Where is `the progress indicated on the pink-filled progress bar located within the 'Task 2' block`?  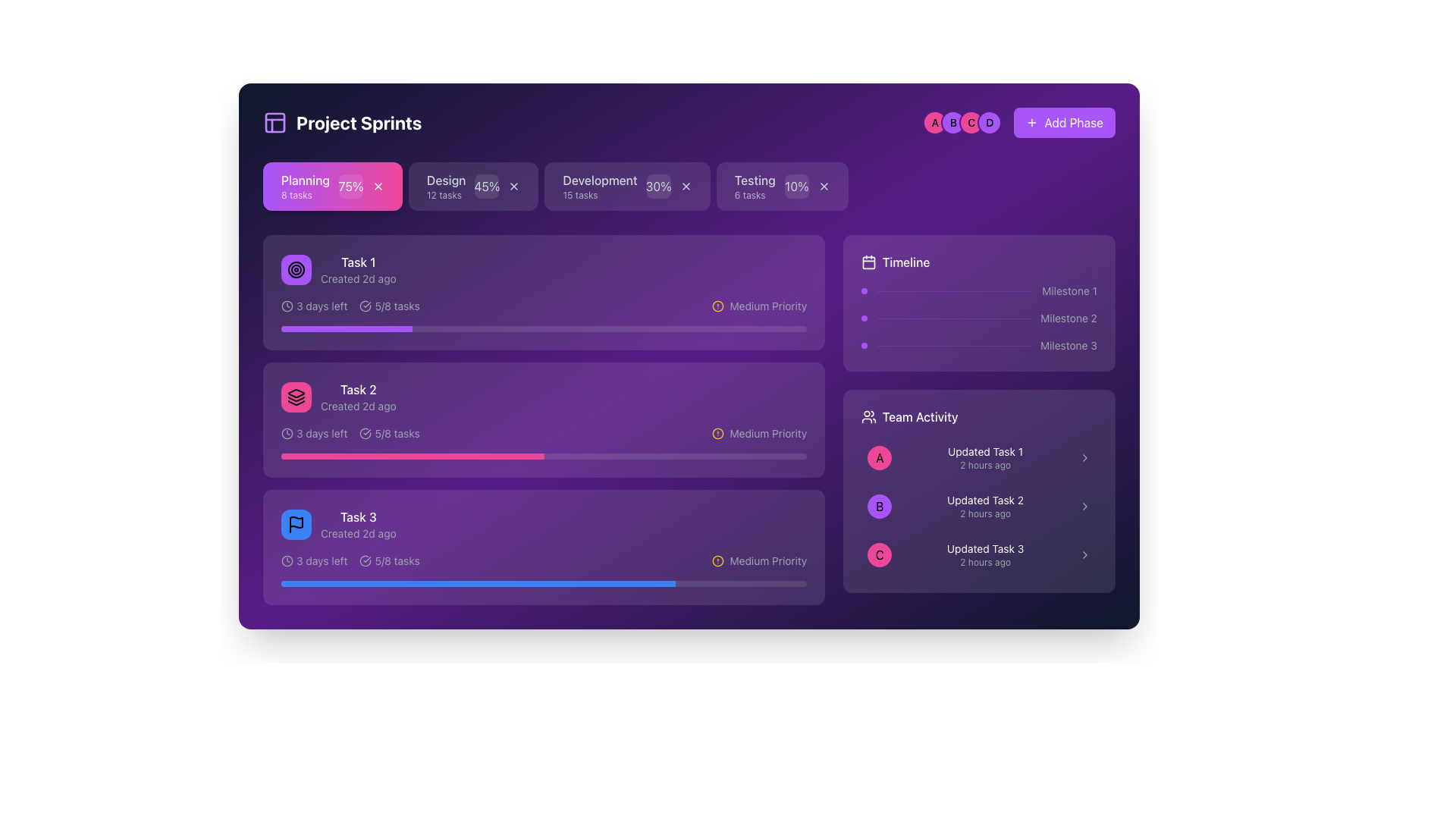
the progress indicated on the pink-filled progress bar located within the 'Task 2' block is located at coordinates (544, 455).